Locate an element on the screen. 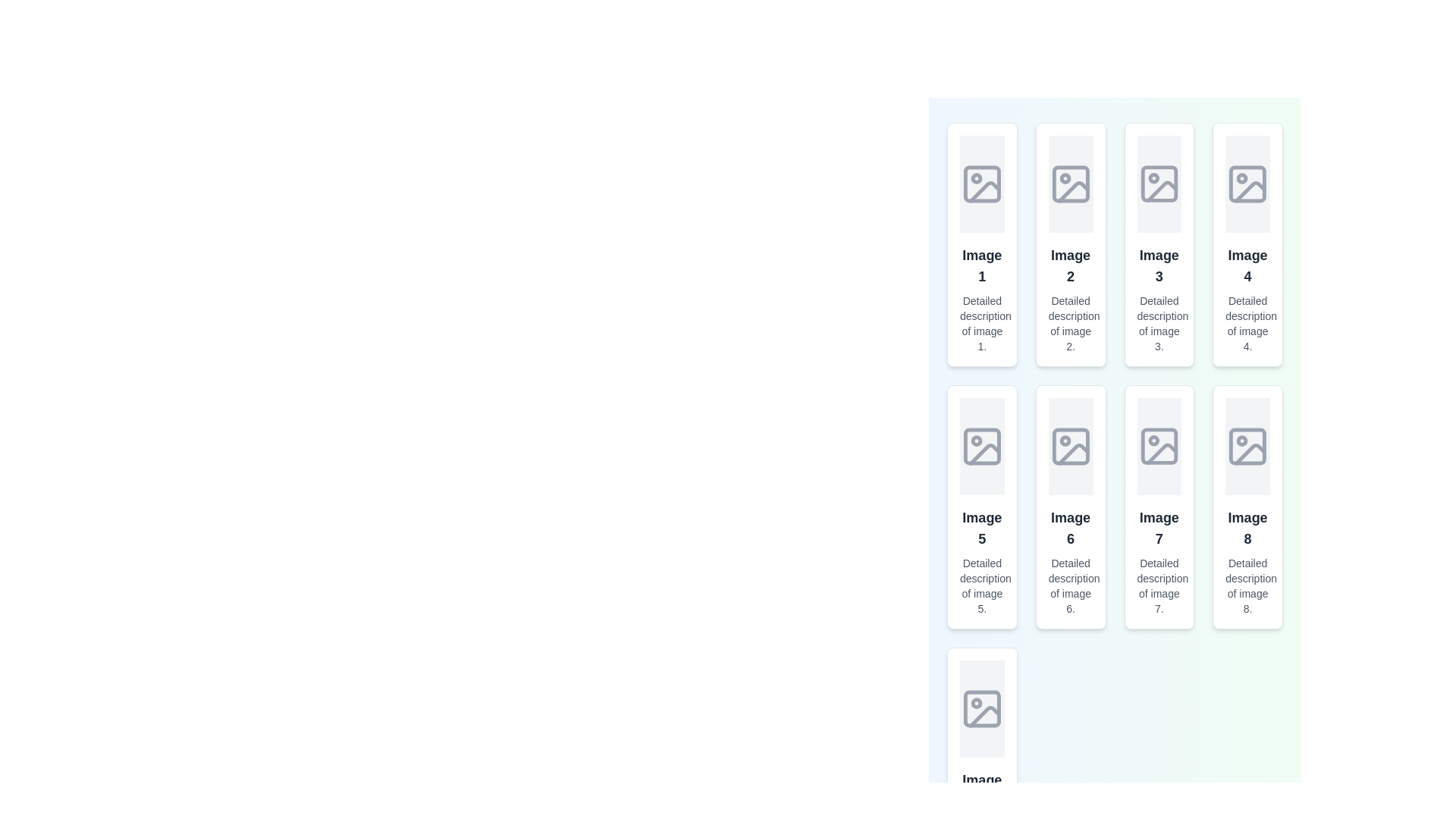  the Text label providing details about 'Image 5', located below the title text in the fifth card of the grid layout is located at coordinates (982, 585).